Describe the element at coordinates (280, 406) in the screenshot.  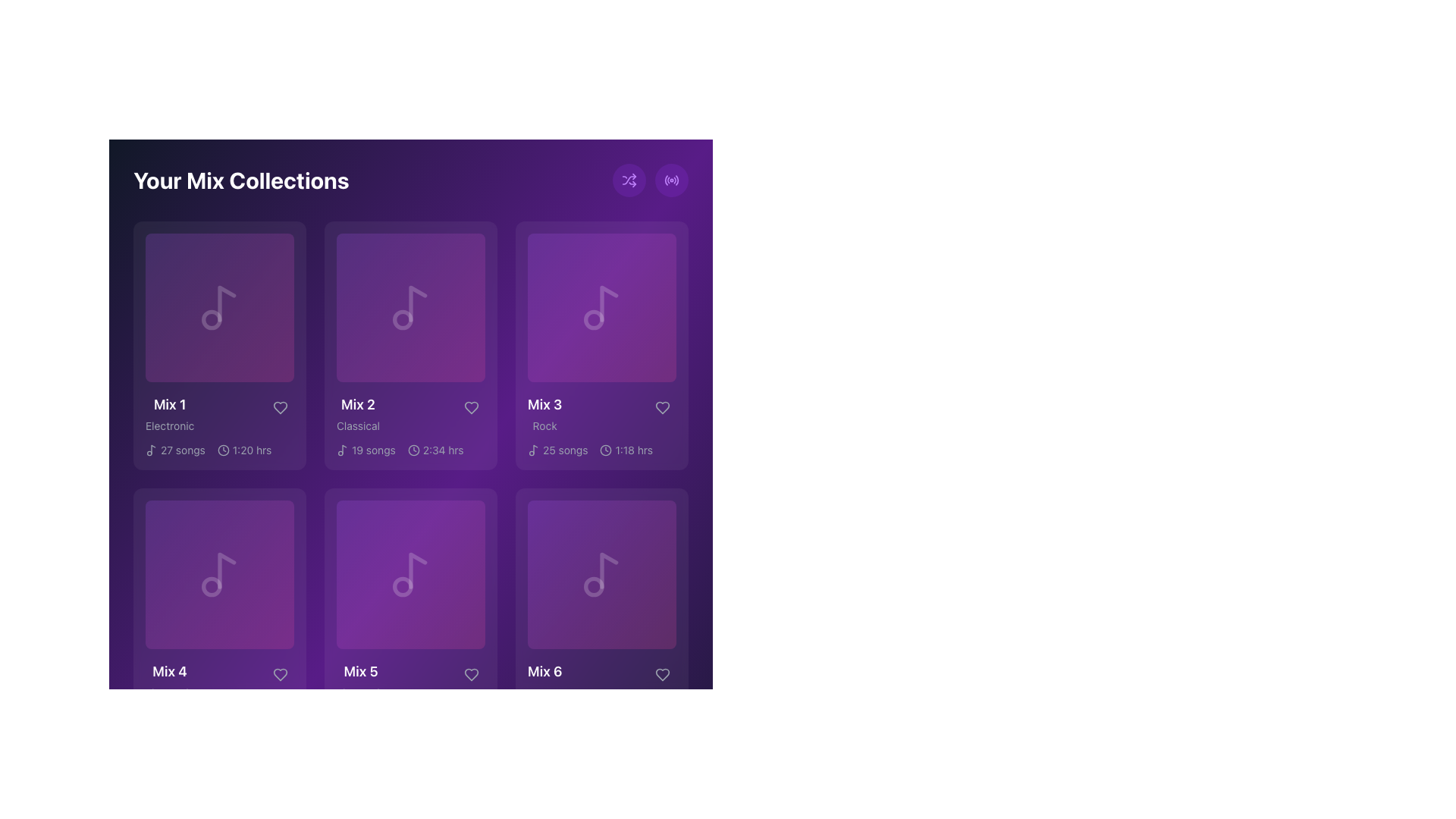
I see `the heart-shaped icon button styled as an icon located in the 'Your Mix Collections' section, next to the 'Mix 1' text` at that location.